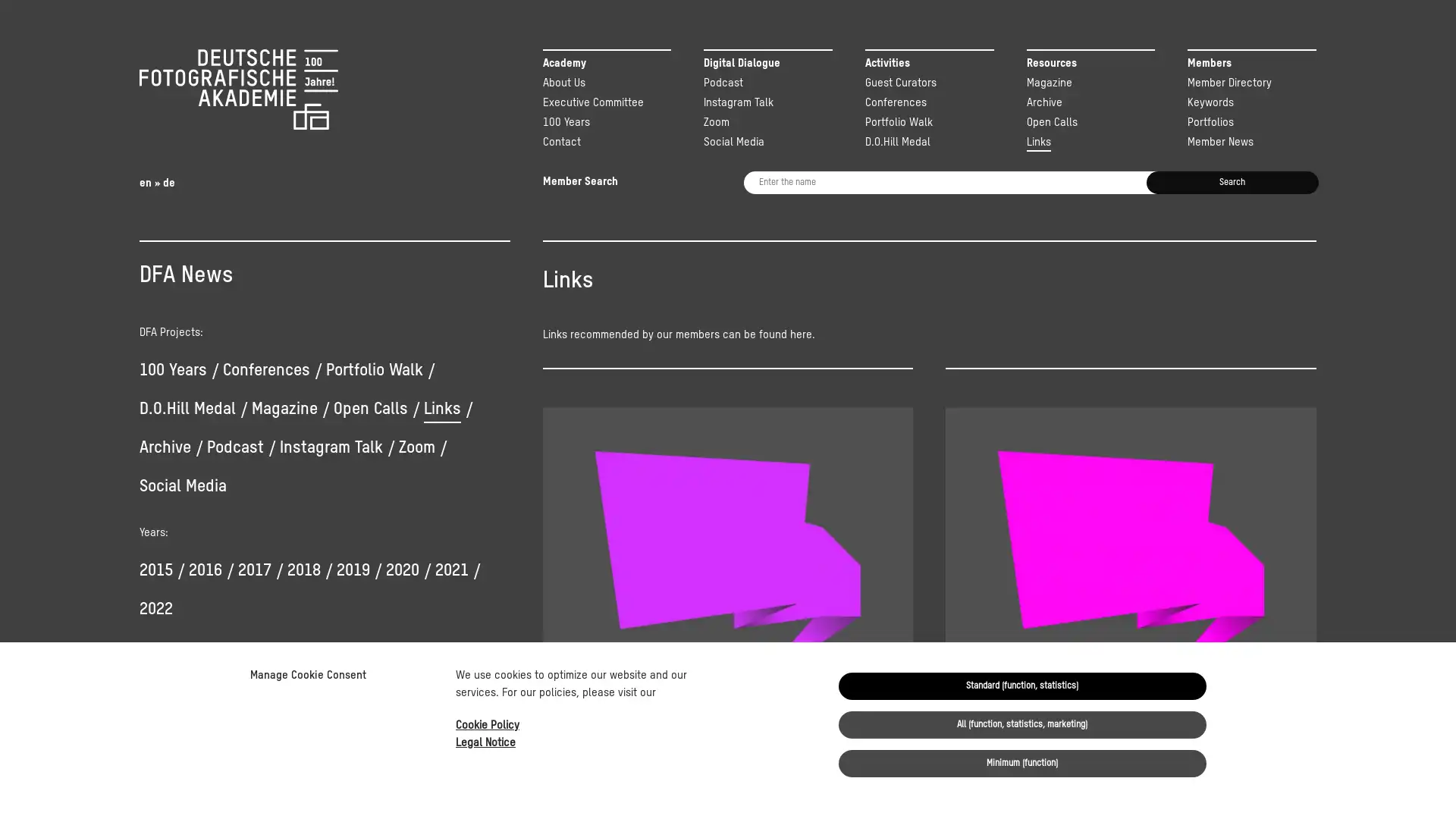 The height and width of the screenshot is (819, 1456). What do you see at coordinates (165, 447) in the screenshot?
I see `Archive` at bounding box center [165, 447].